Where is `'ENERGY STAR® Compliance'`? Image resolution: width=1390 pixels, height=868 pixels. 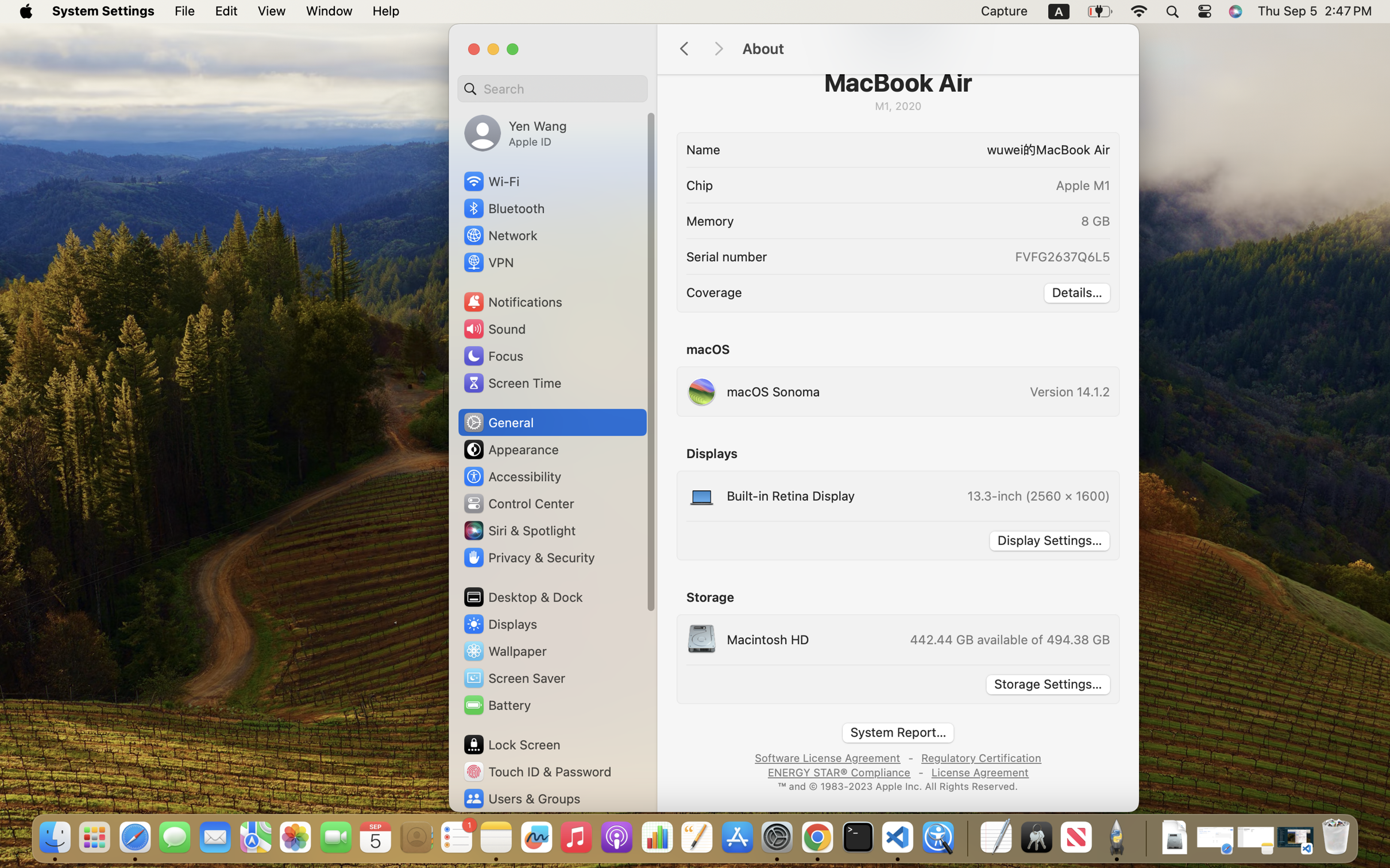 'ENERGY STAR® Compliance' is located at coordinates (839, 771).